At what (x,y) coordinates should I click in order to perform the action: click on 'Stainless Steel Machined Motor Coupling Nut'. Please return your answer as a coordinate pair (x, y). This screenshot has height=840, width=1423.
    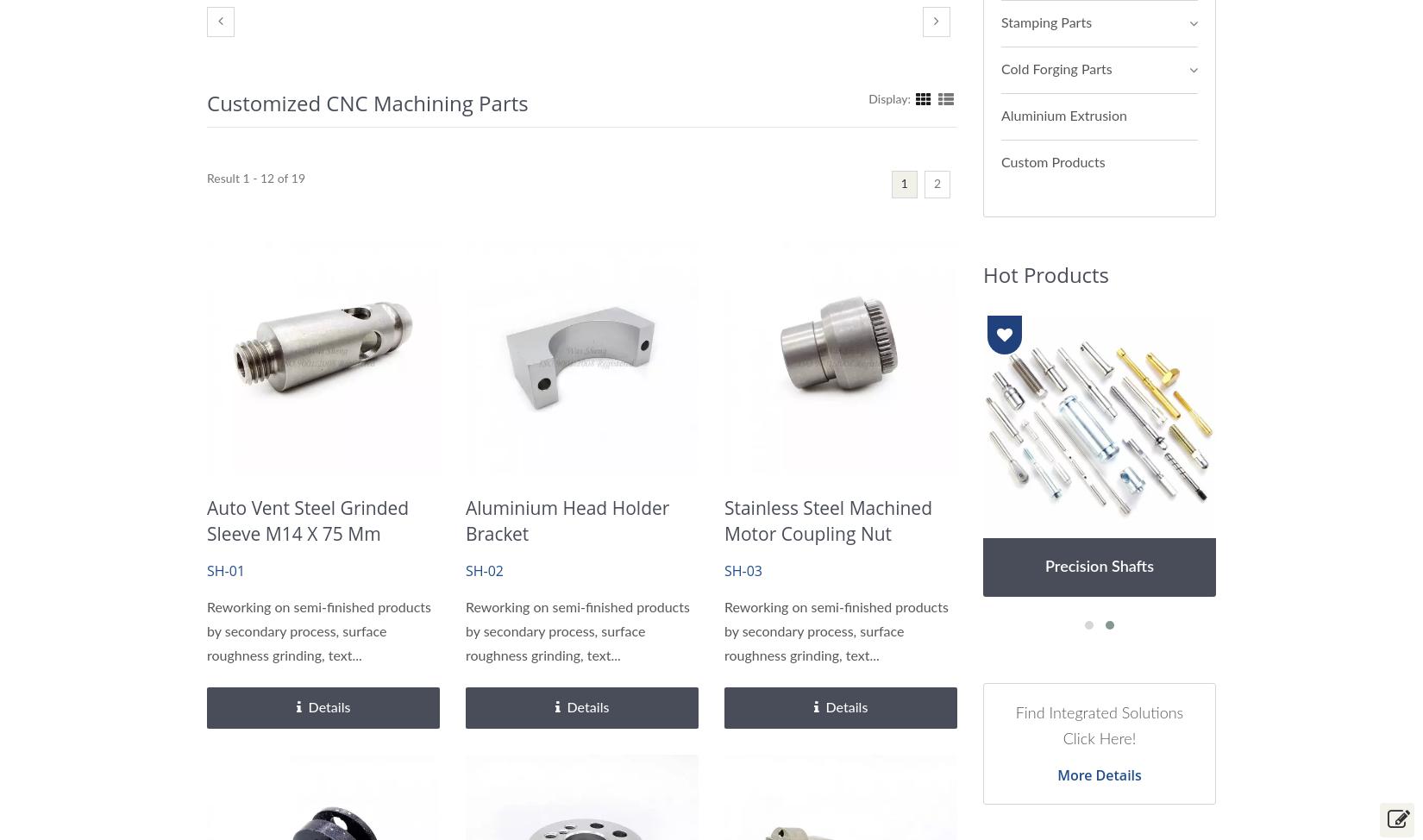
    Looking at the image, I should click on (827, 519).